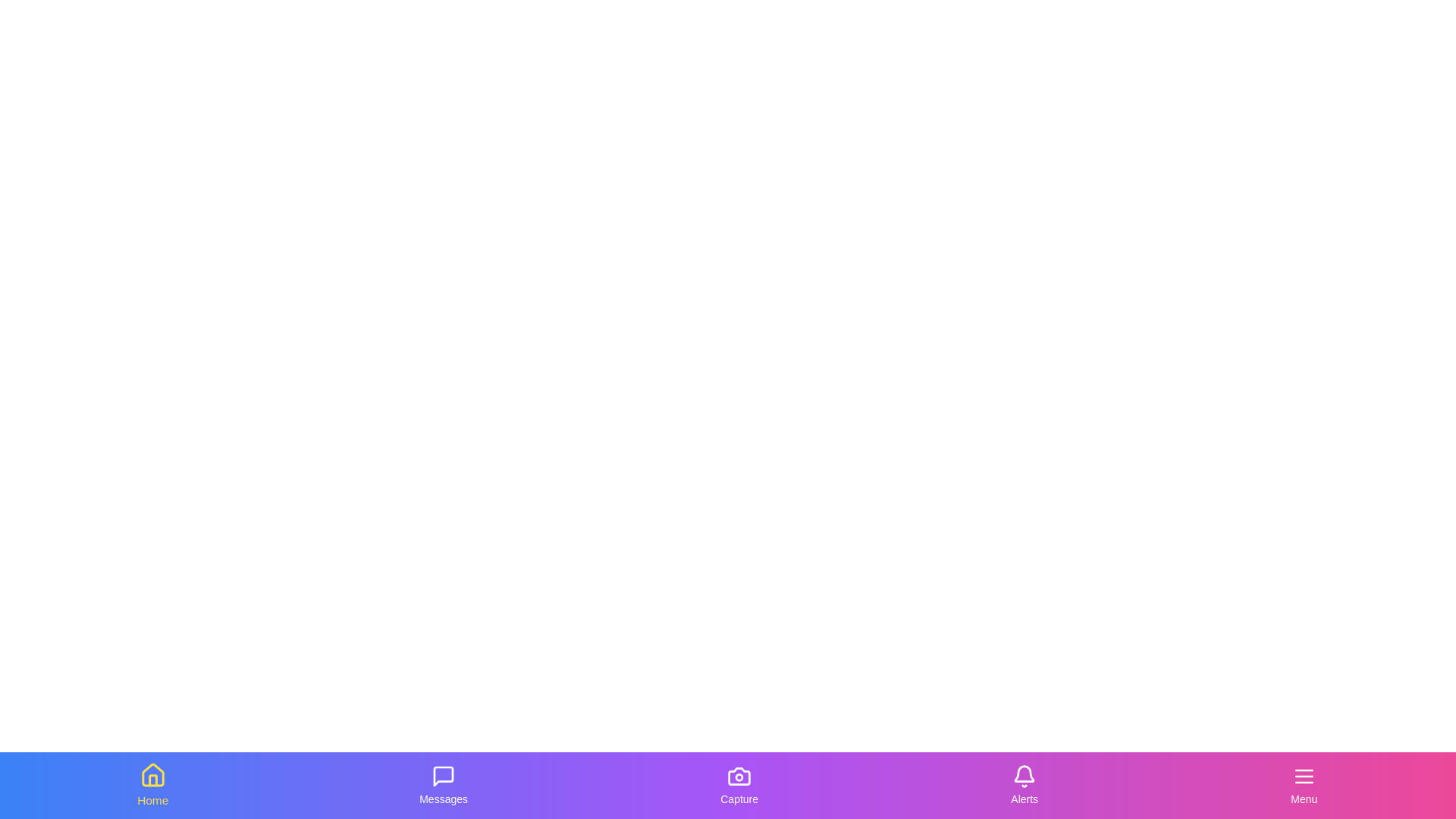  What do you see at coordinates (739, 785) in the screenshot?
I see `the tab labeled Capture to observe its visual feedback` at bounding box center [739, 785].